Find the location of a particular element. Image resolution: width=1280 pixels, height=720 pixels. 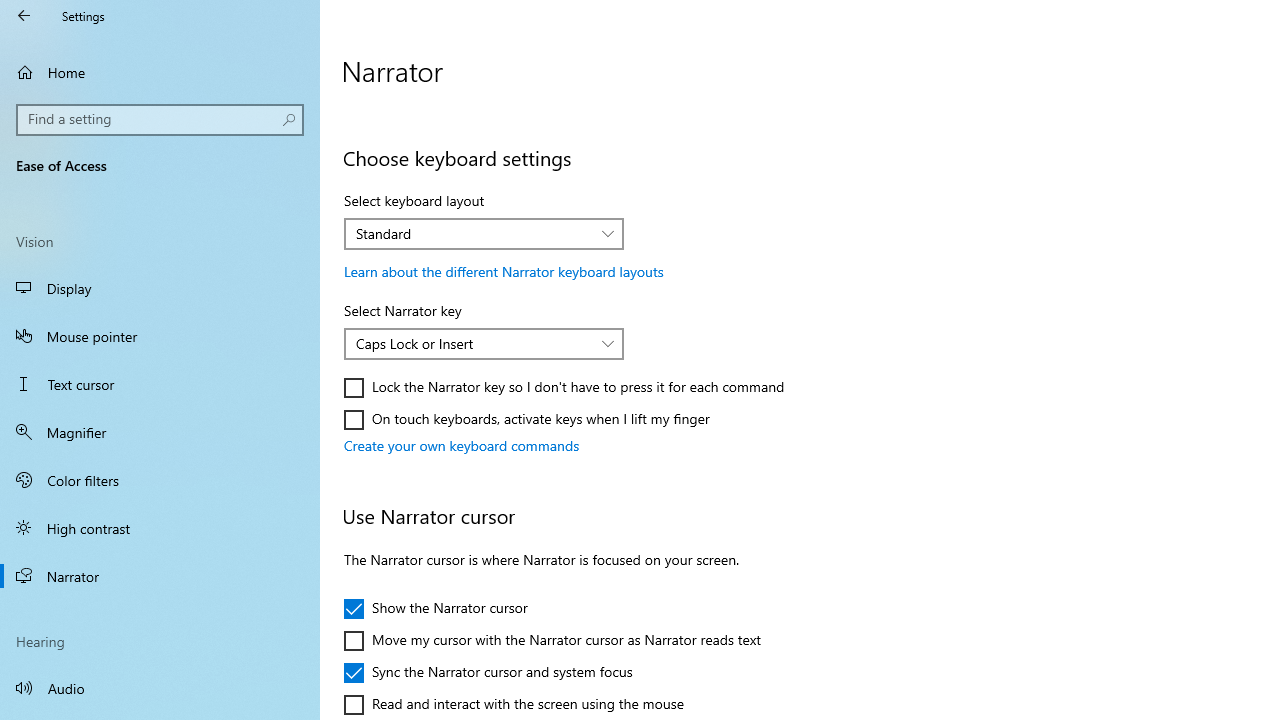

'Narrator' is located at coordinates (160, 576).